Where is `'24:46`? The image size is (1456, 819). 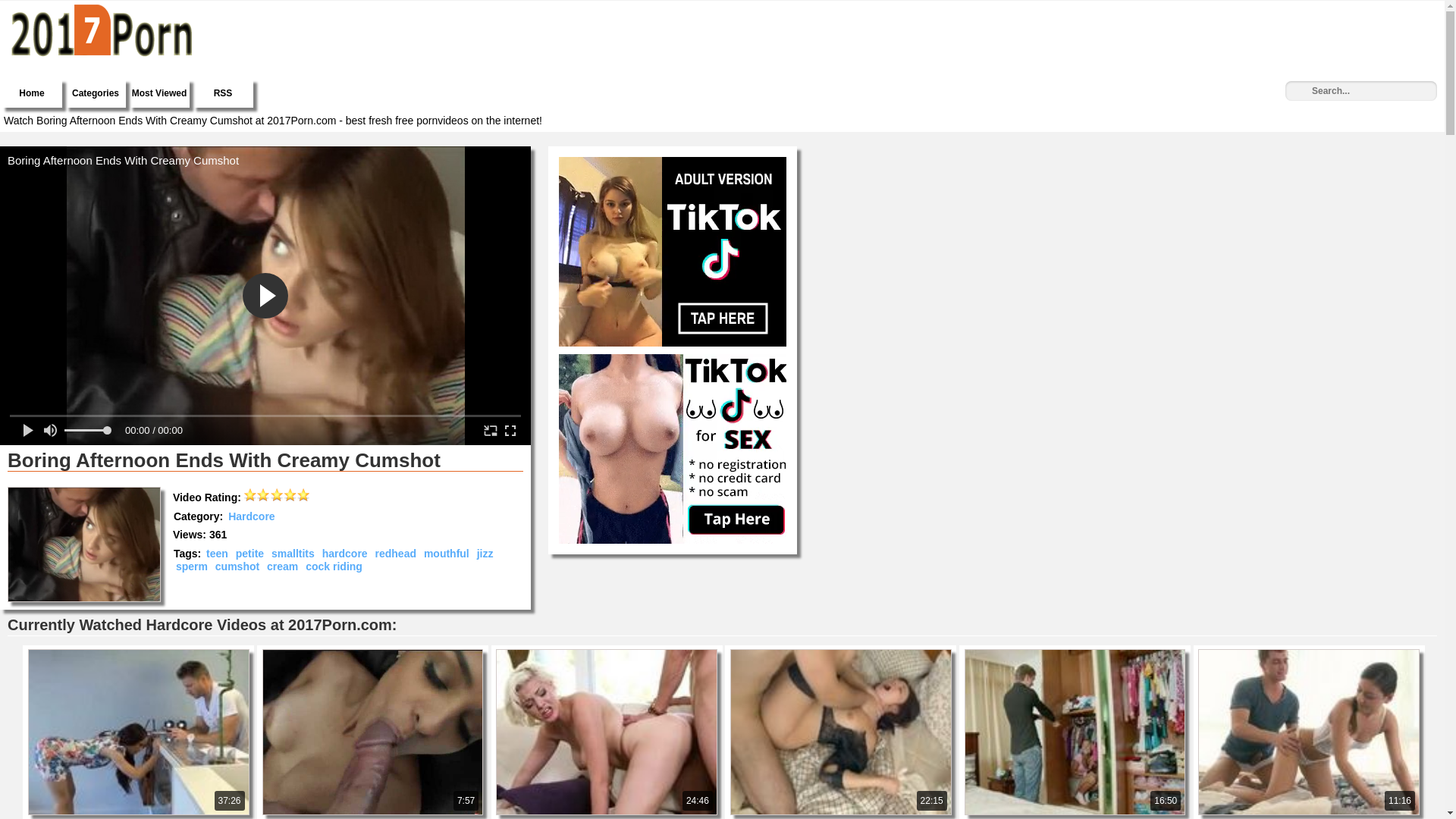
'24:46 is located at coordinates (608, 651).